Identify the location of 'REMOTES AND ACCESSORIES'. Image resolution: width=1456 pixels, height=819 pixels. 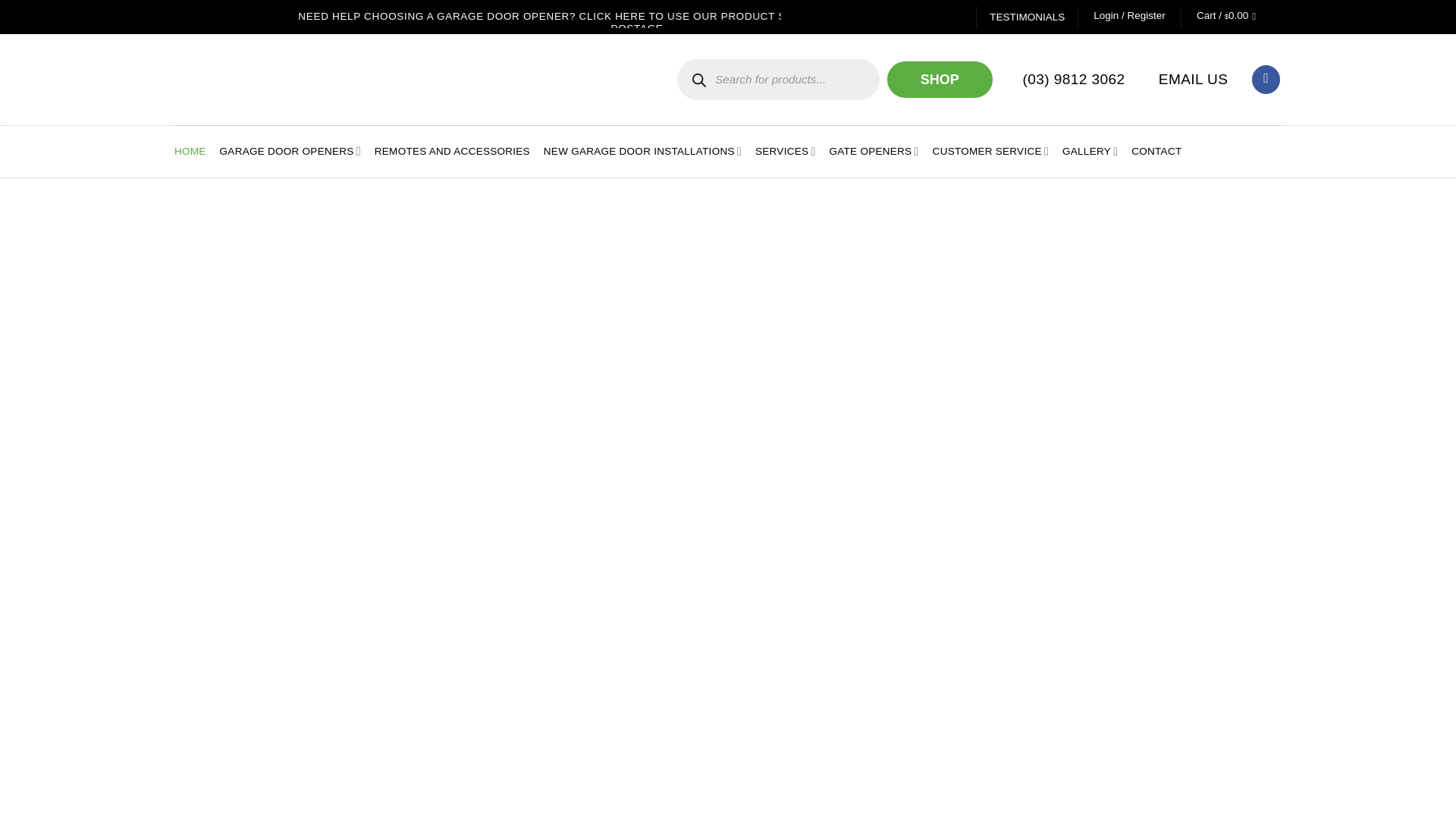
(451, 152).